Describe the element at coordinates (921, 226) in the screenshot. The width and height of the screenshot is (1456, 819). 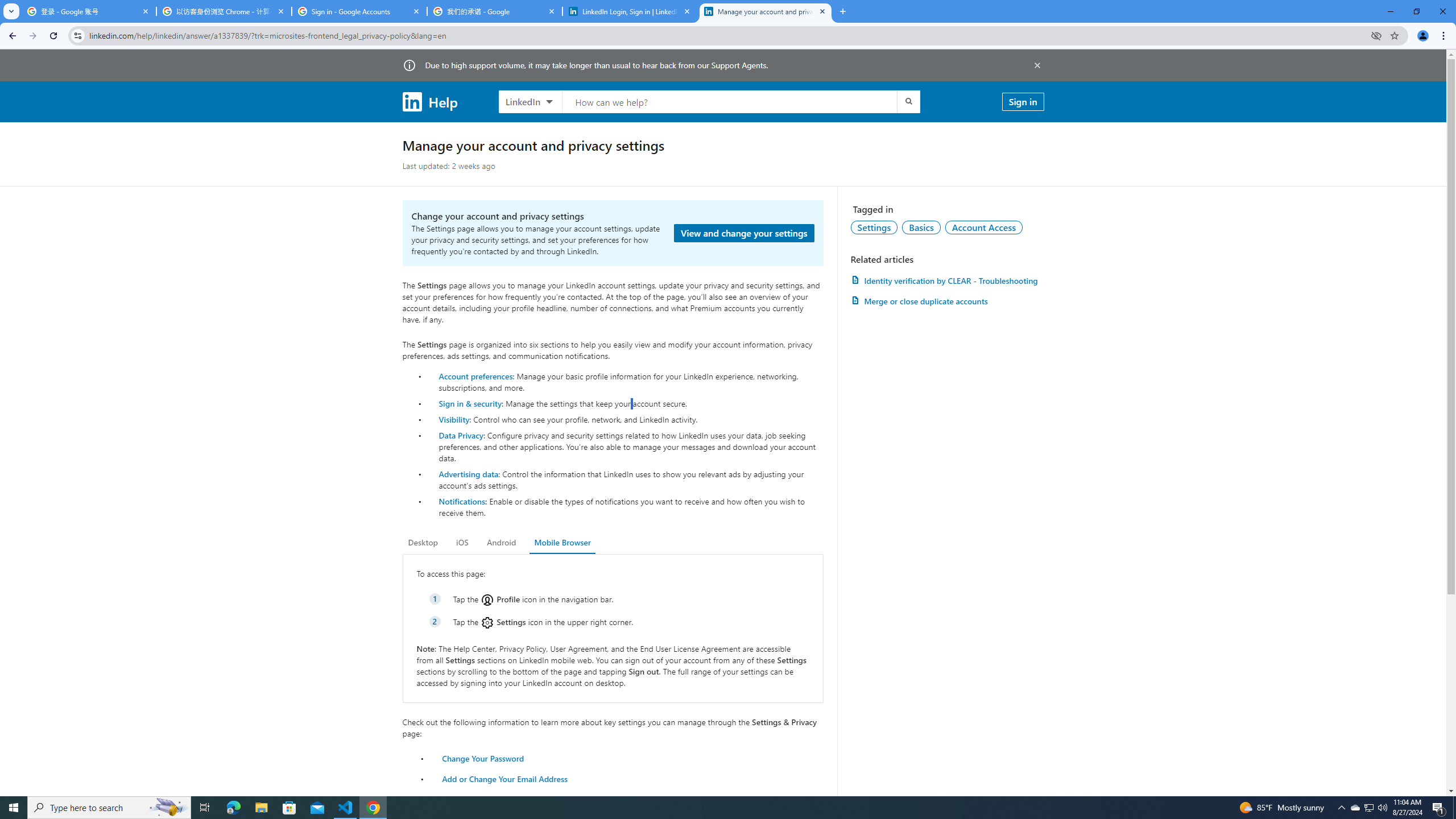
I see `'Basics'` at that location.